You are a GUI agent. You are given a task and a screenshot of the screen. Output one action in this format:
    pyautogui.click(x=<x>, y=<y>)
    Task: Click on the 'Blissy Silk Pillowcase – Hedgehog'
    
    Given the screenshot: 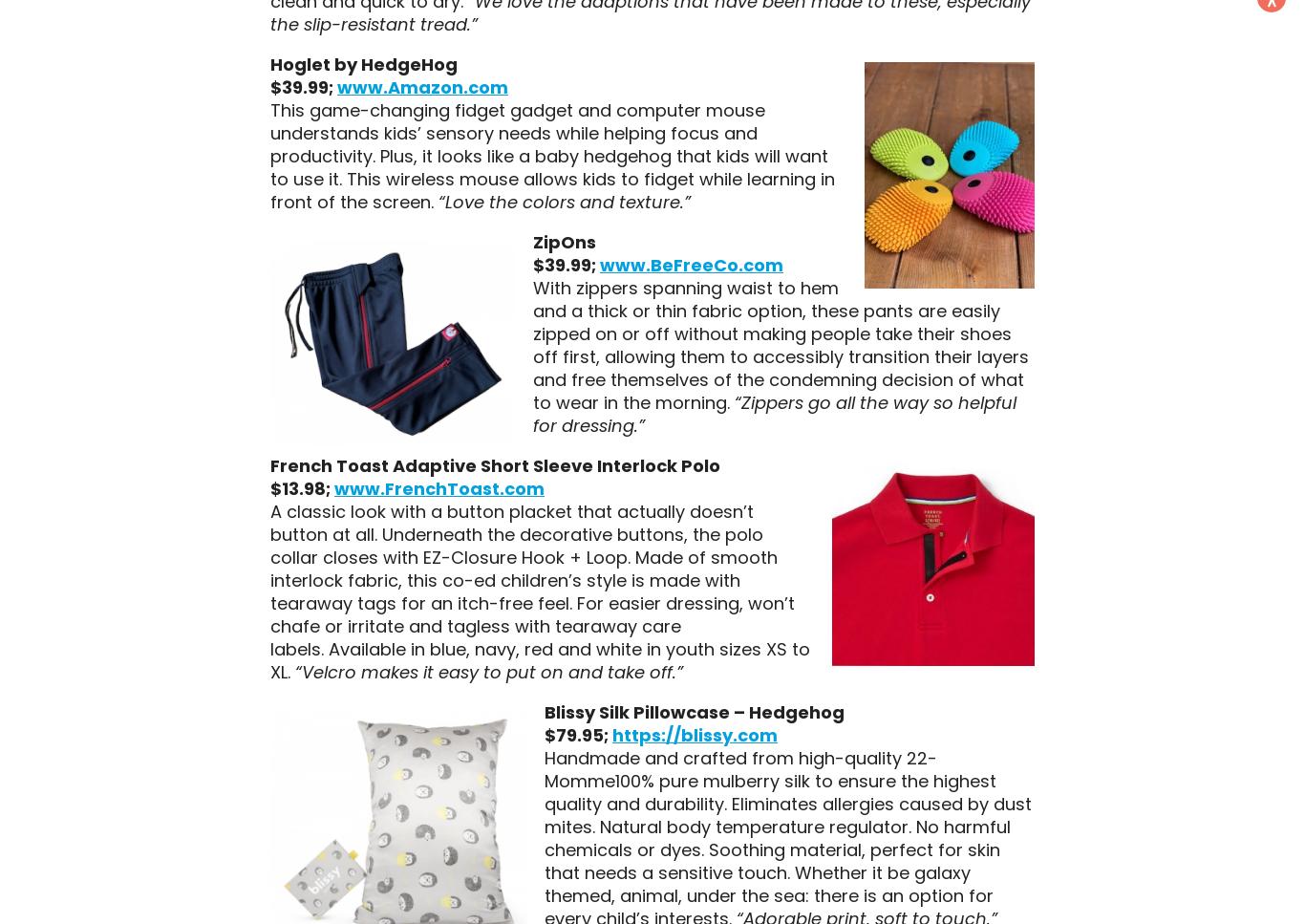 What is the action you would take?
    pyautogui.click(x=543, y=711)
    